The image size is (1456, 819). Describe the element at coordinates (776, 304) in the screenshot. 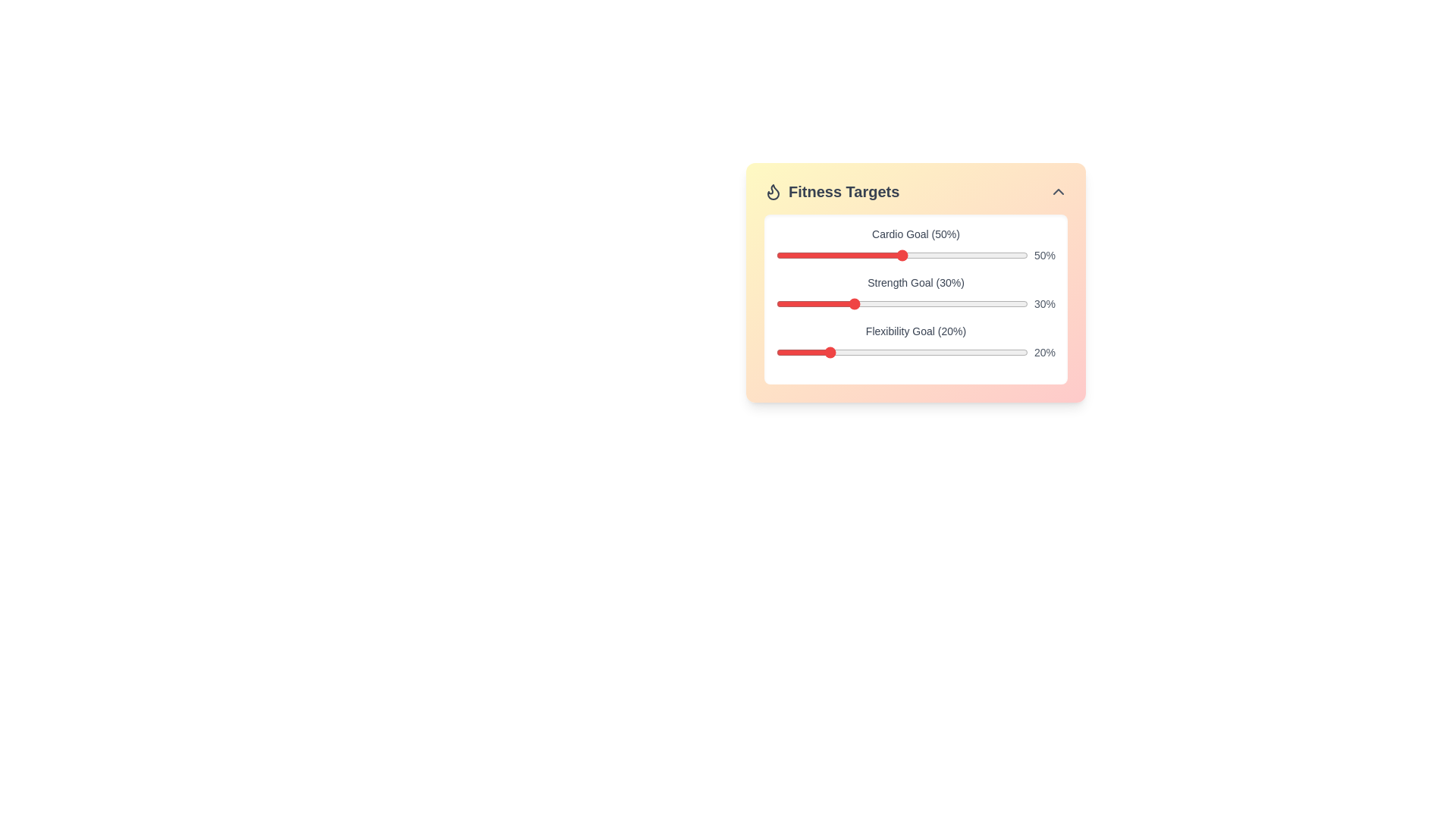

I see `the strength goal slider to 0% by dragging the slider` at that location.